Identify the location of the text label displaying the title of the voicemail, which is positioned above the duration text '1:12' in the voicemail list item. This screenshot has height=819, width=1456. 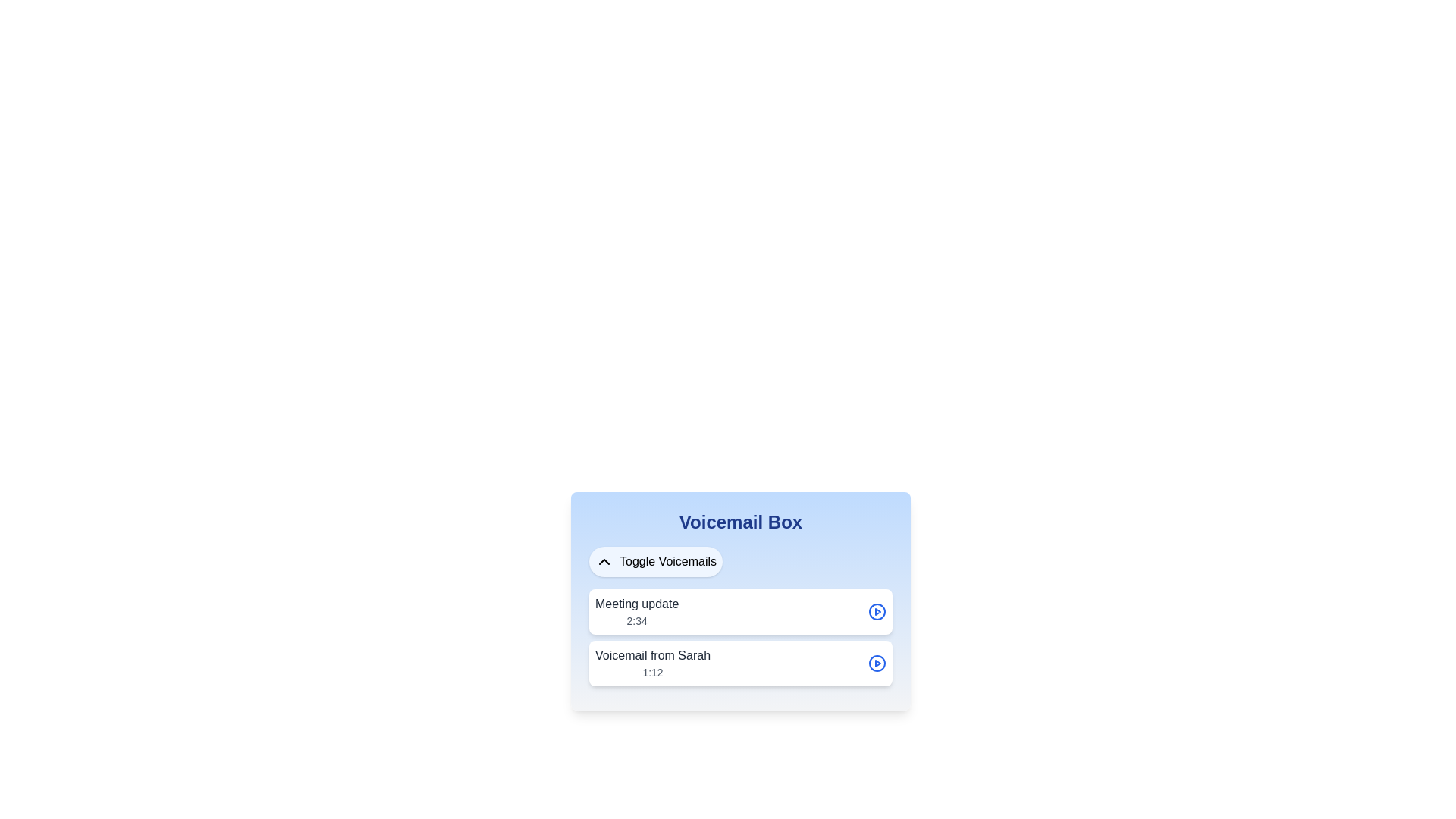
(653, 654).